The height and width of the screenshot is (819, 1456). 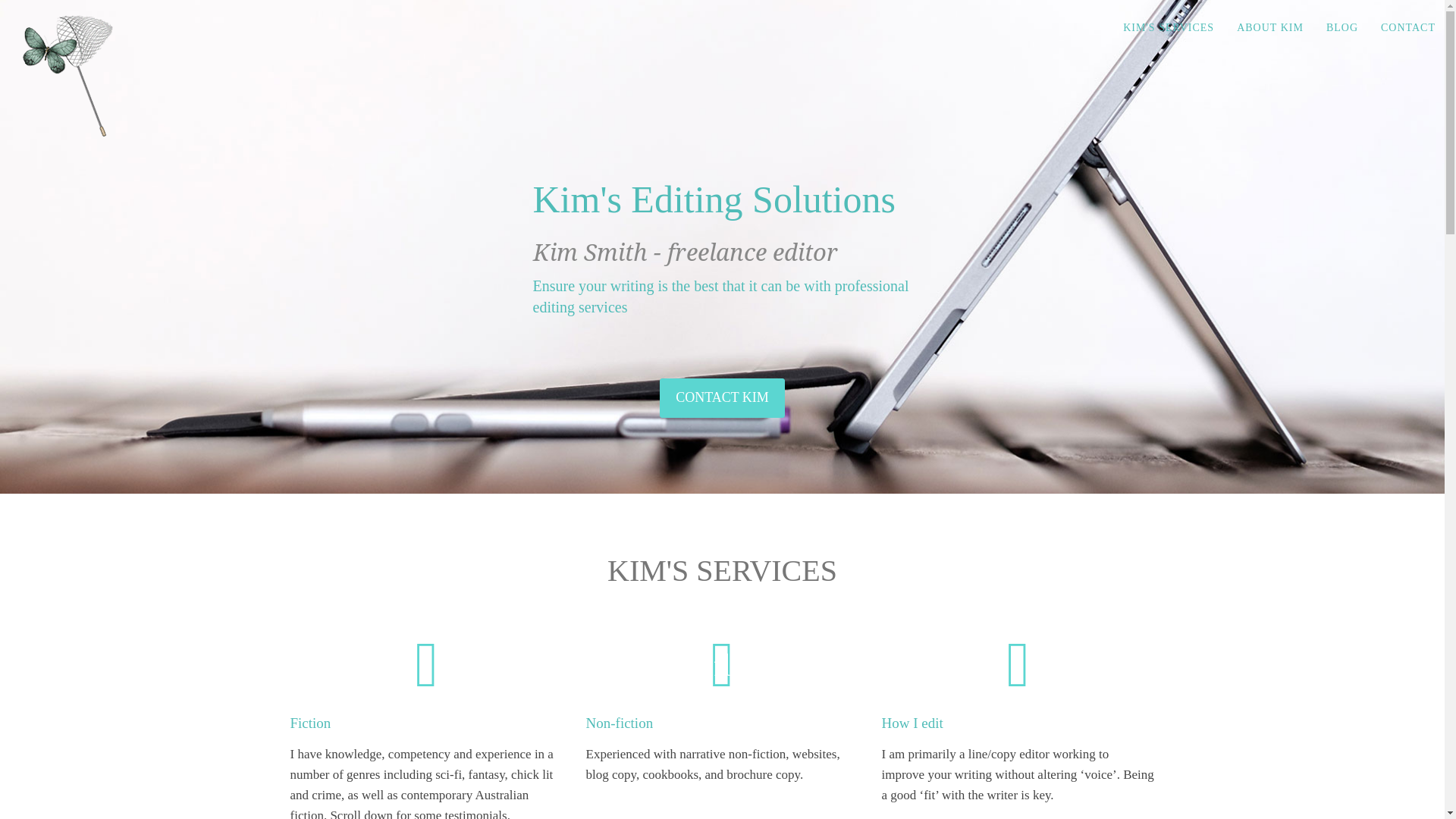 I want to click on 'KIM'S SERVICES', so click(x=1111, y=28).